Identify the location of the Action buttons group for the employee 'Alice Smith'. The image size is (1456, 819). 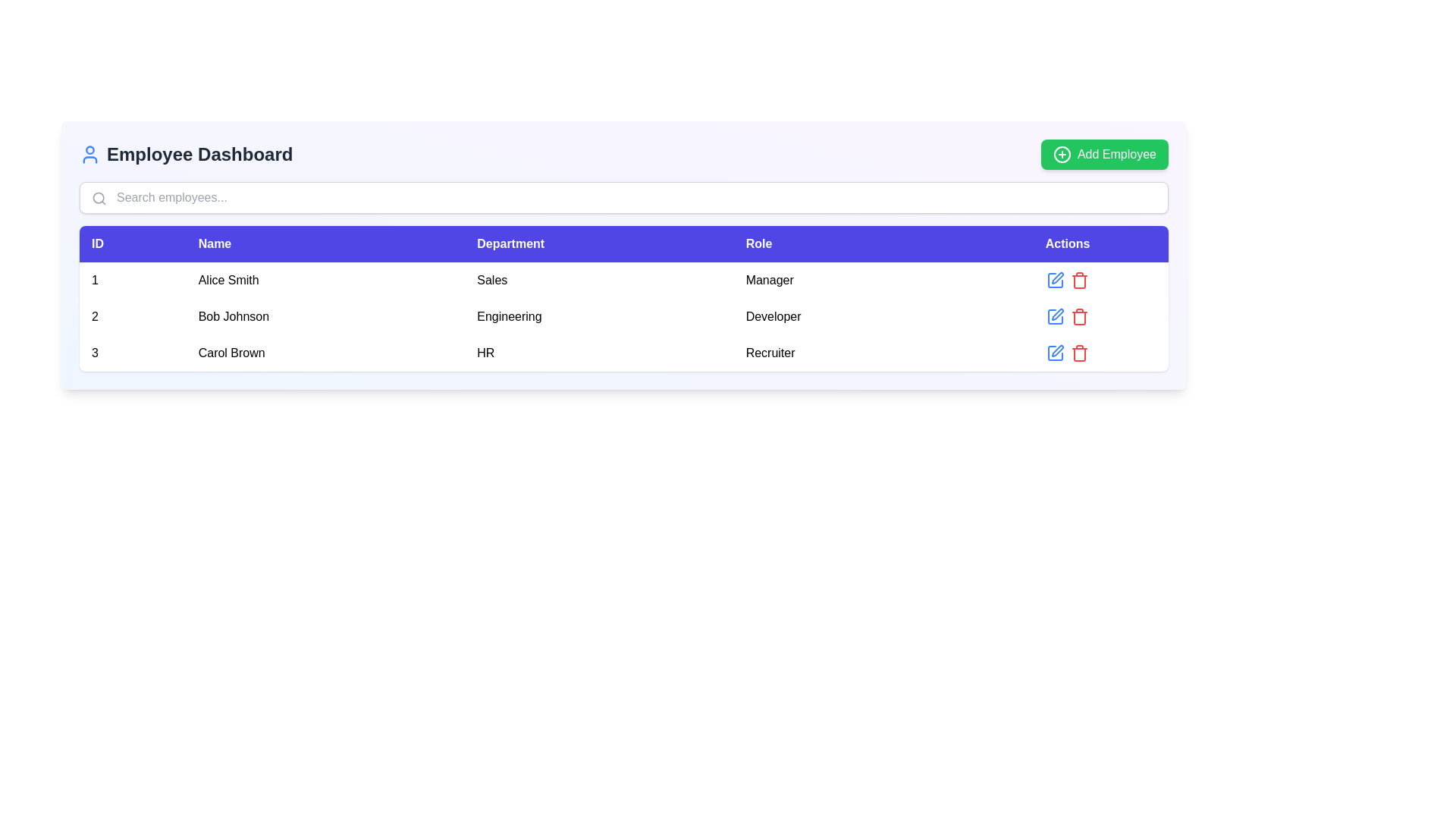
(1067, 281).